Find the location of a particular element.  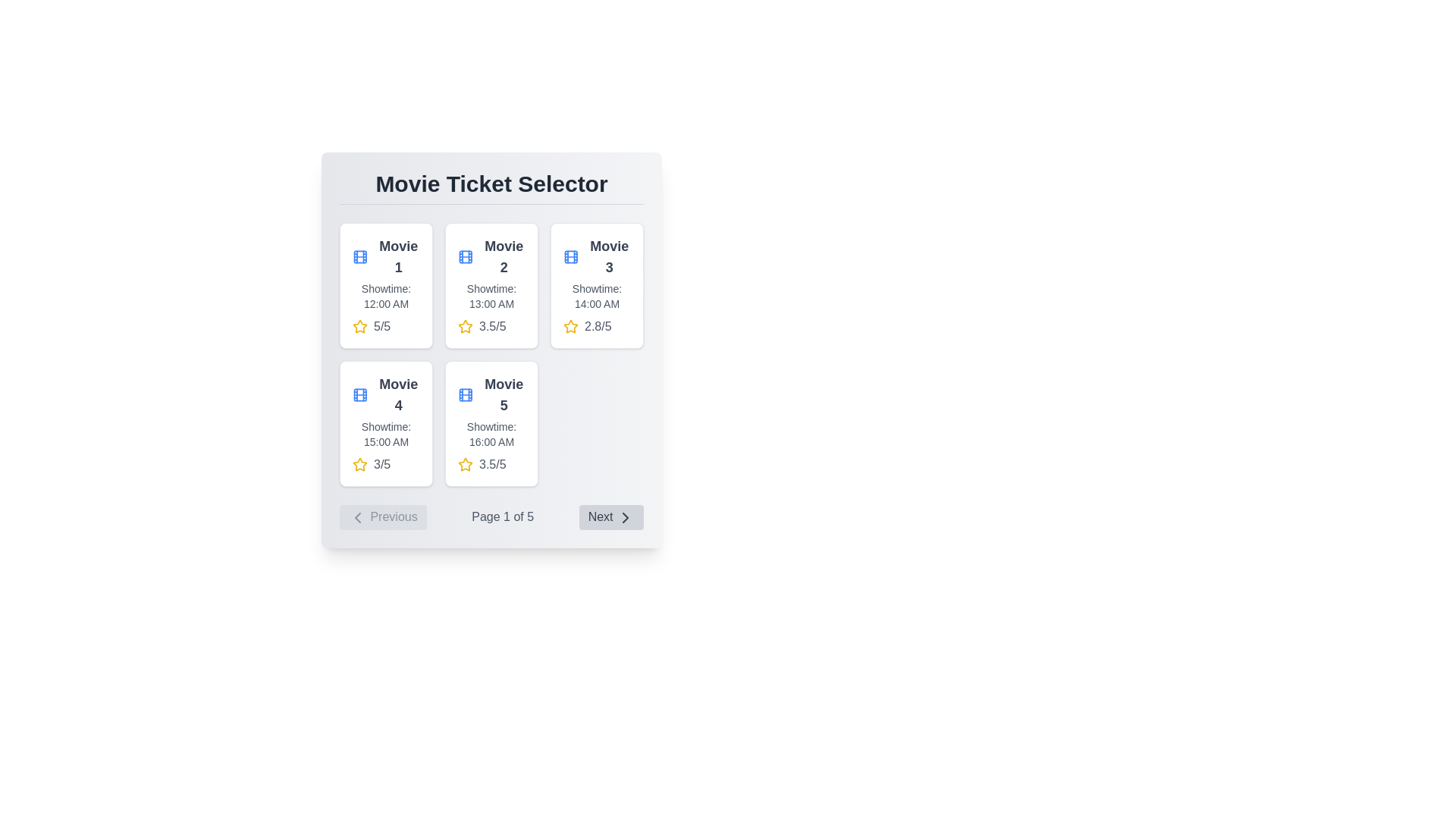

the star icon representing ratings located beneath the 'Movie 5' heading and the showtime label, which is a yellow star with a central white hollow area is located at coordinates (465, 463).